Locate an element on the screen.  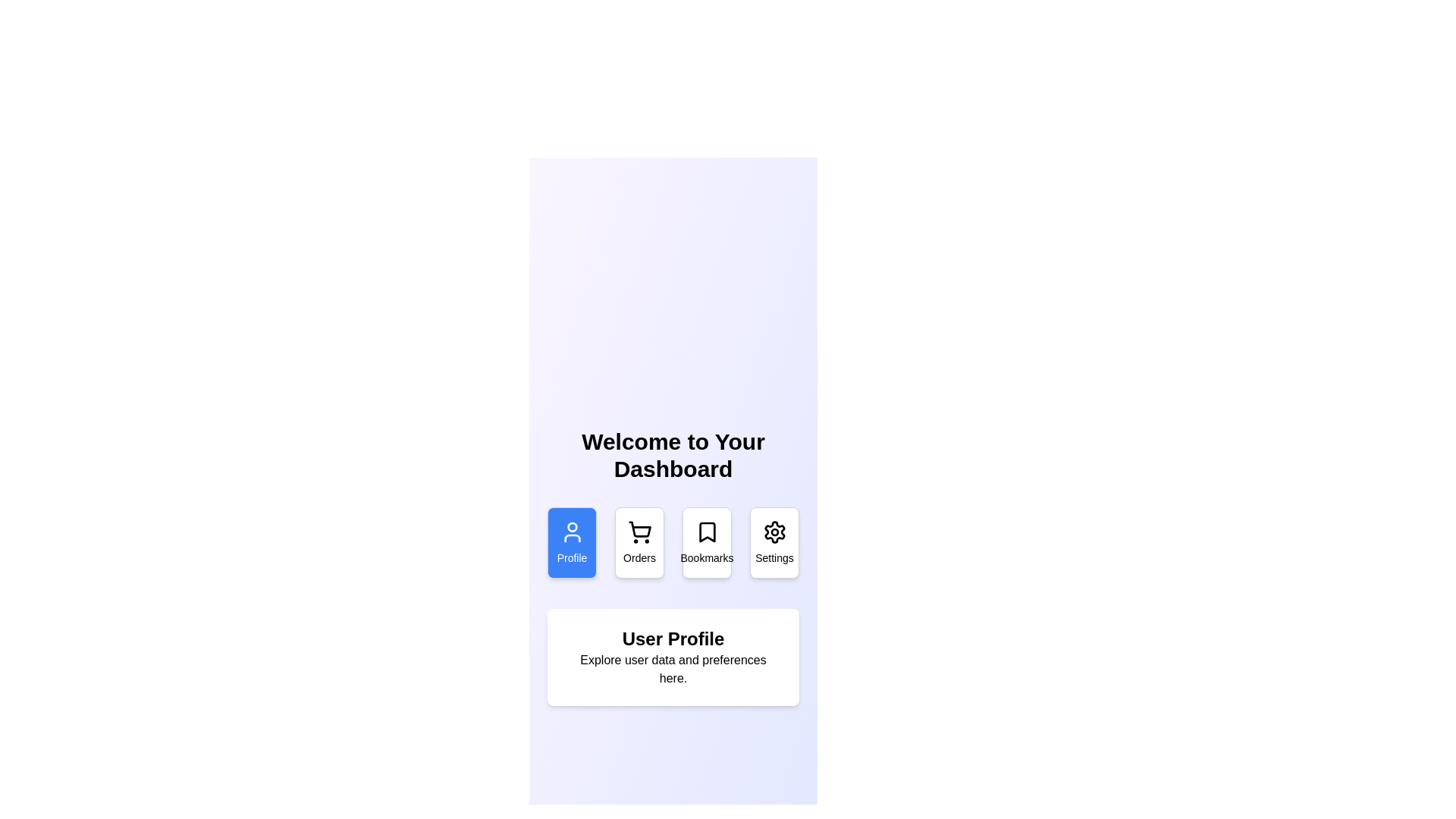
the 'Orders' button located in the dashboard is located at coordinates (639, 529).